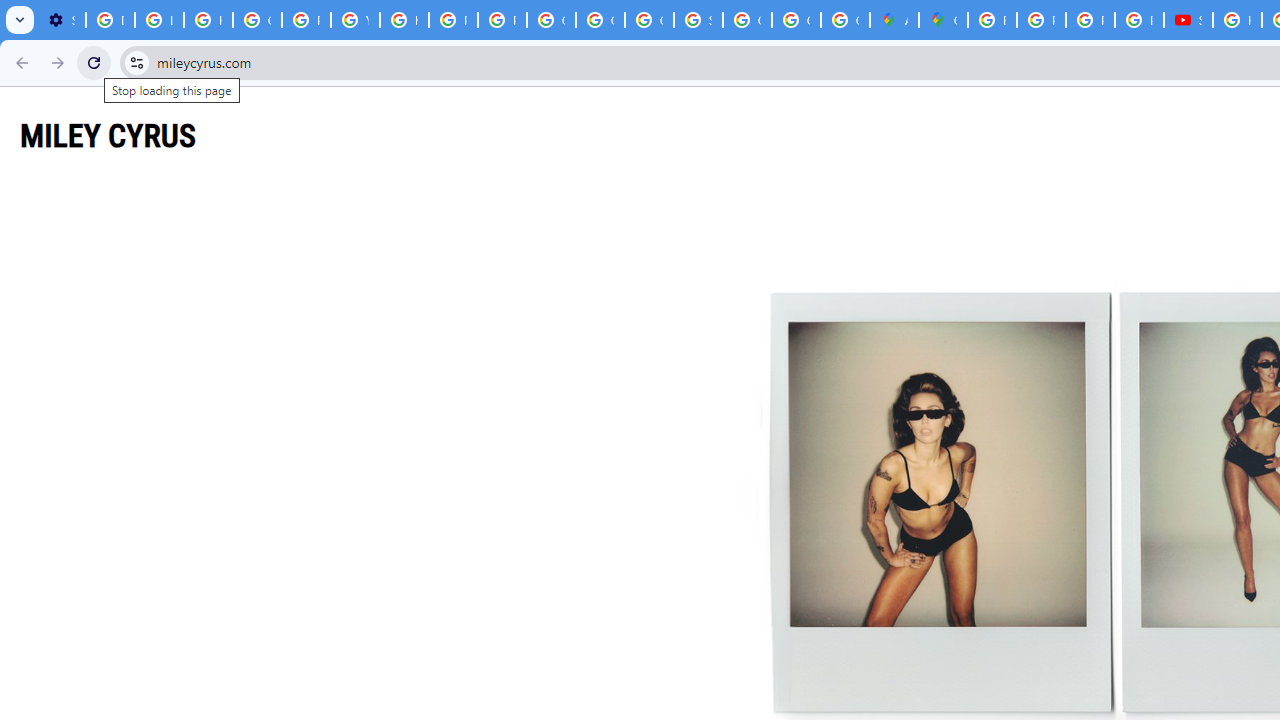  Describe the element at coordinates (942, 20) in the screenshot. I see `'Google Maps'` at that location.